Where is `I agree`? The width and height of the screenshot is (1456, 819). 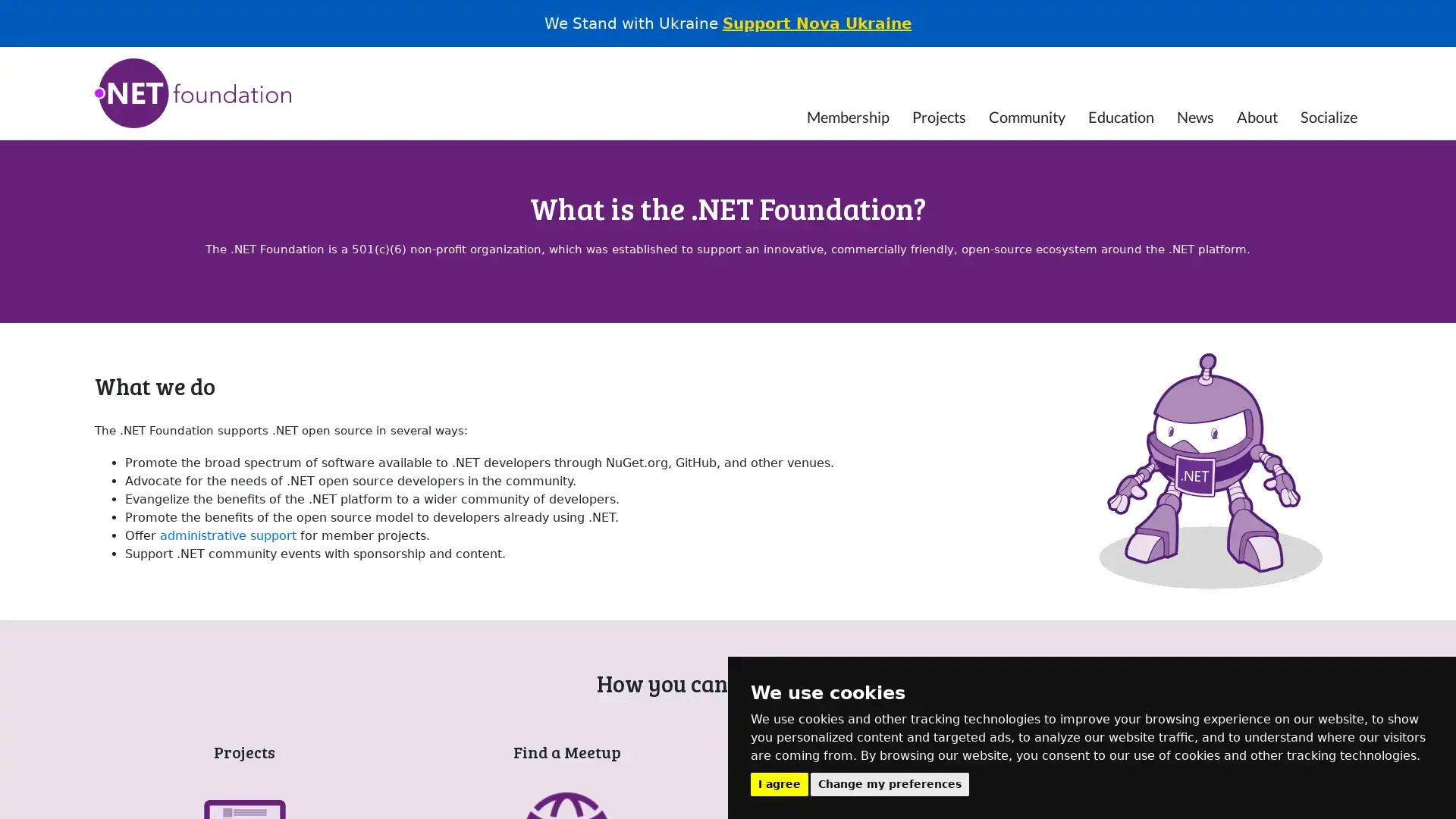 I agree is located at coordinates (779, 784).